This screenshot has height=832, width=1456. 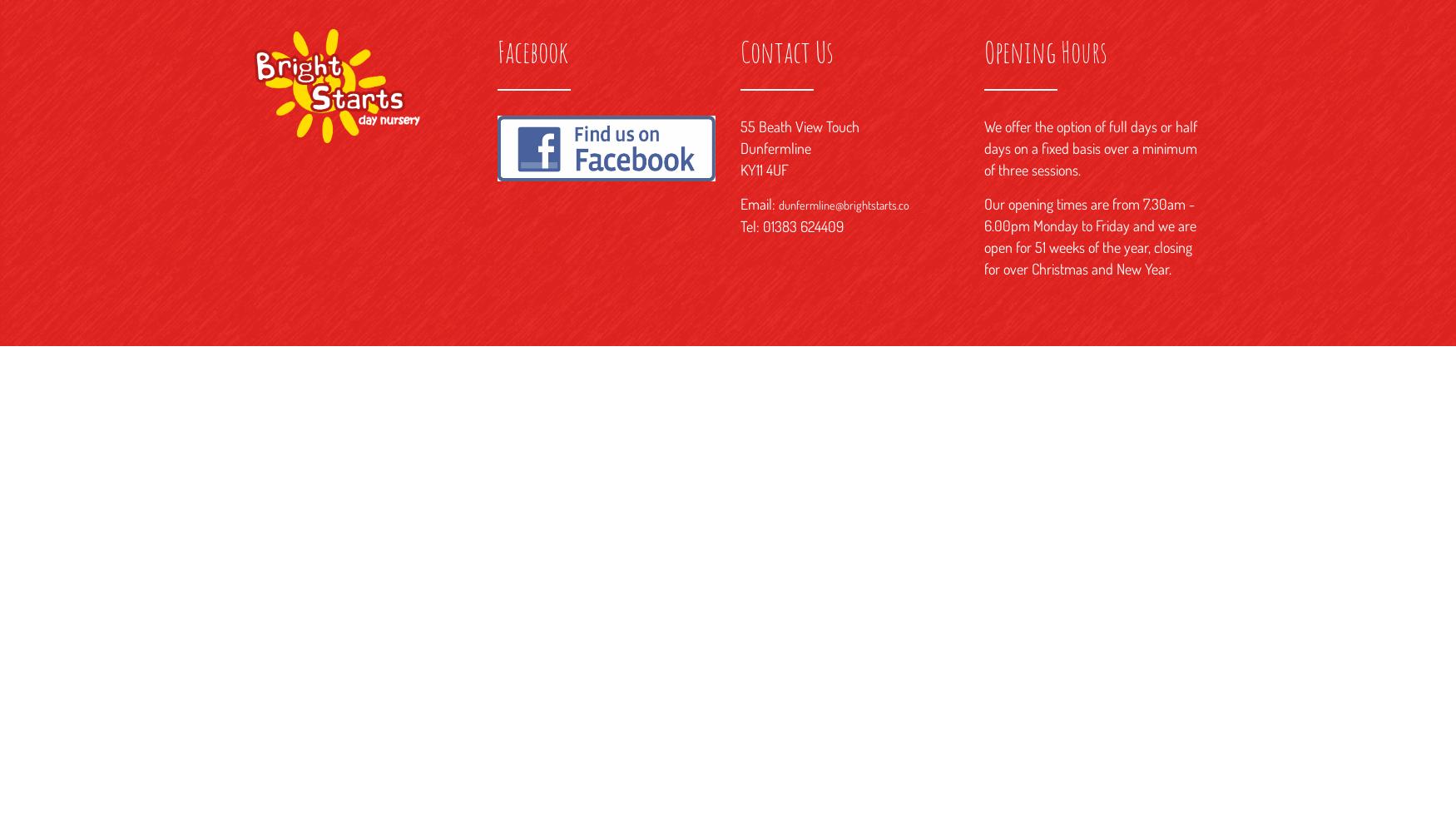 I want to click on 'KY11 4UF', so click(x=763, y=169).